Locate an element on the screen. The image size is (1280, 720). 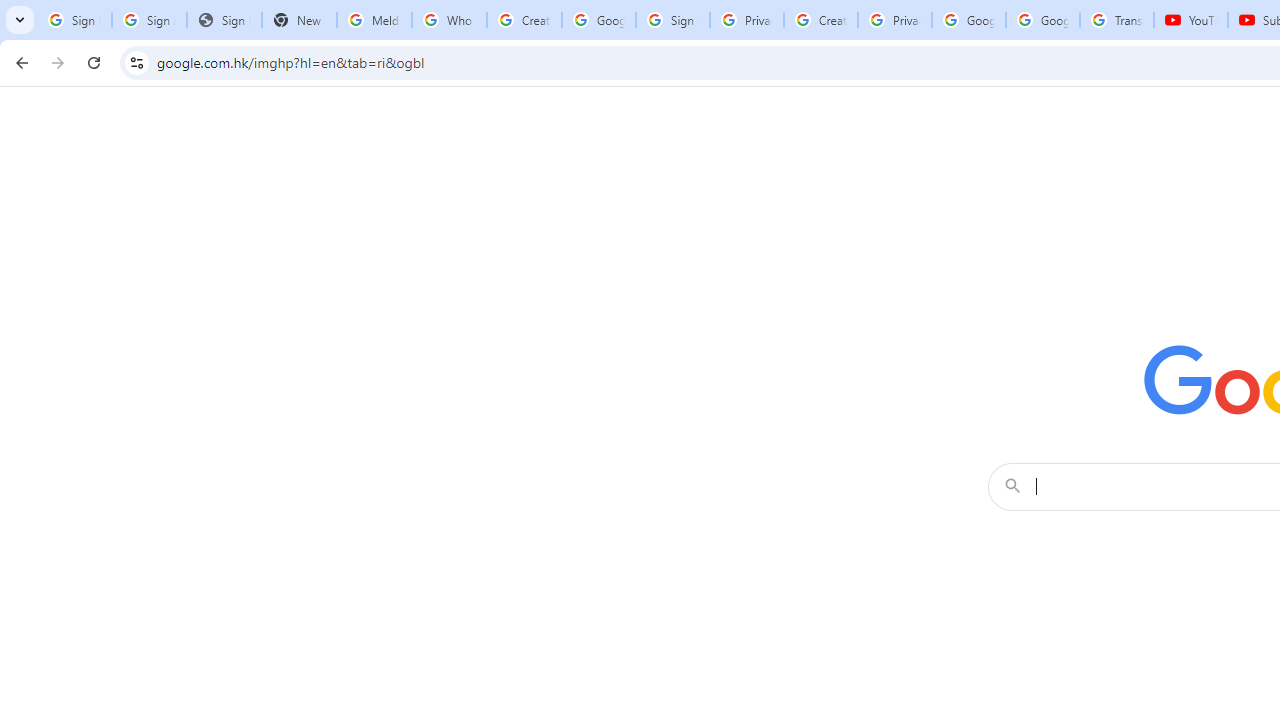
'Who is my administrator? - Google Account Help' is located at coordinates (448, 20).